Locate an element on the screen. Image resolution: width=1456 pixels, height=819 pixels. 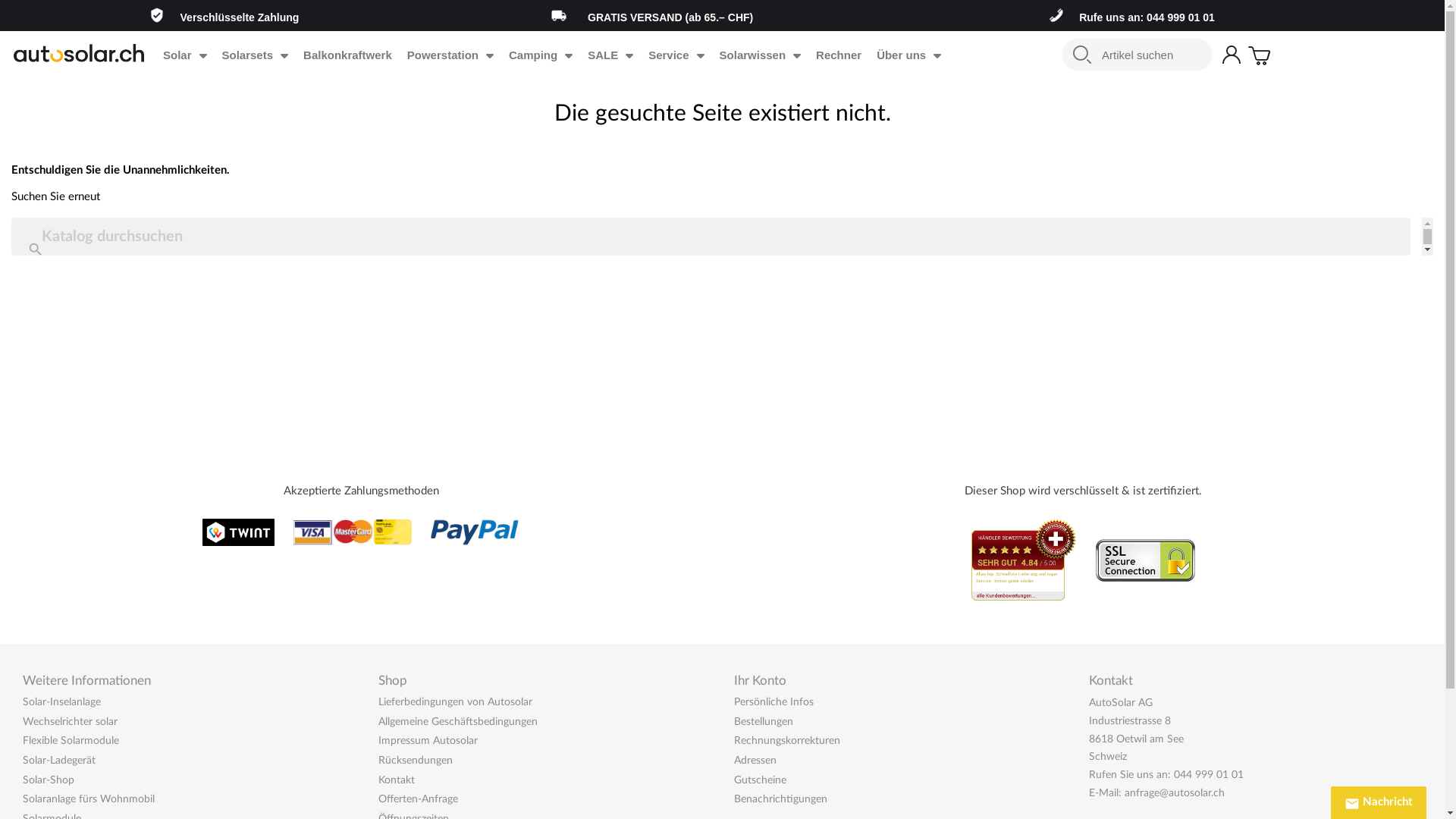
'Benachrichtigungen' is located at coordinates (780, 798).